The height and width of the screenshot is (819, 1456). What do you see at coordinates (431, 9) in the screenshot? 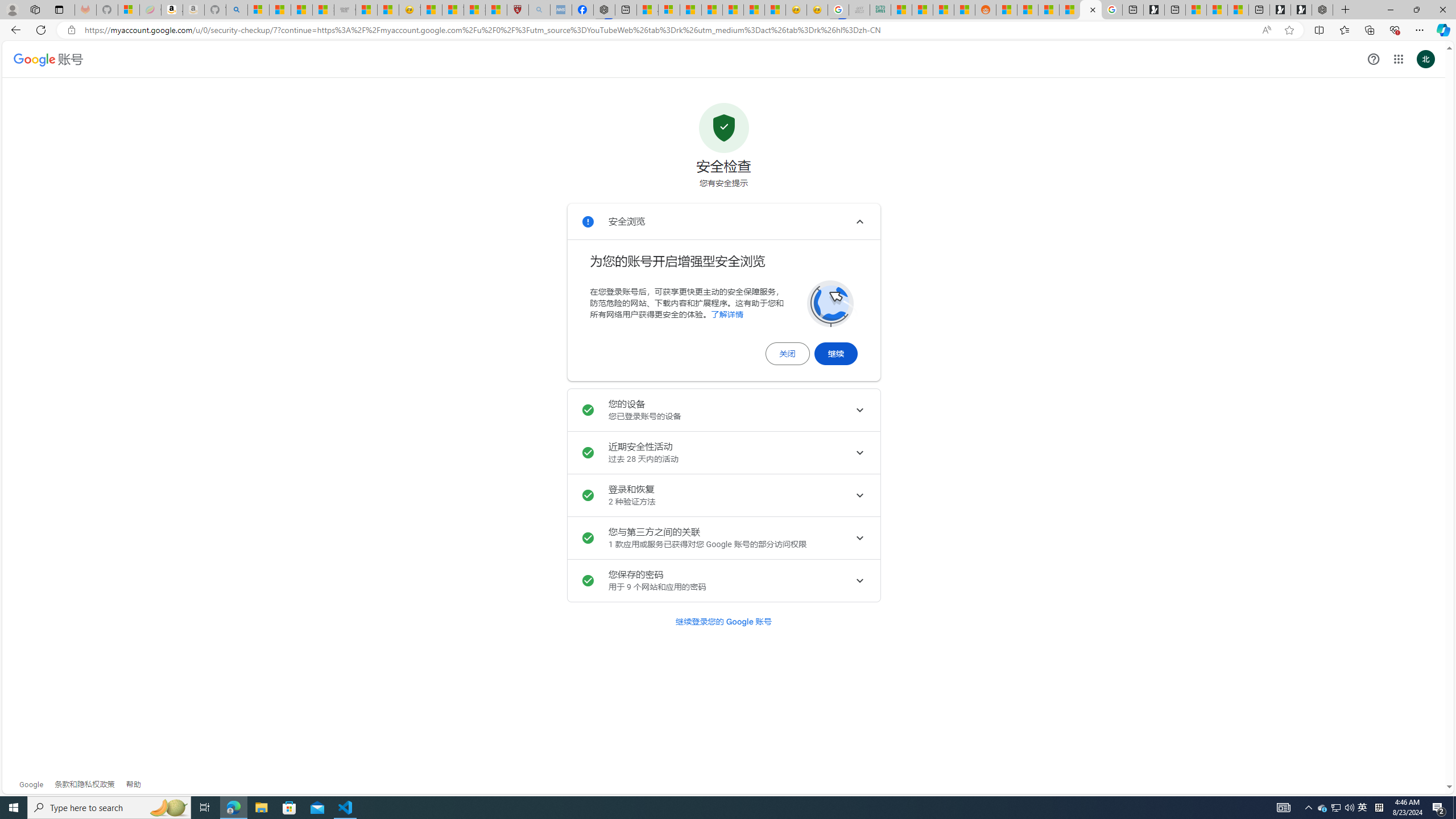
I see `'Recipes - MSN'` at bounding box center [431, 9].